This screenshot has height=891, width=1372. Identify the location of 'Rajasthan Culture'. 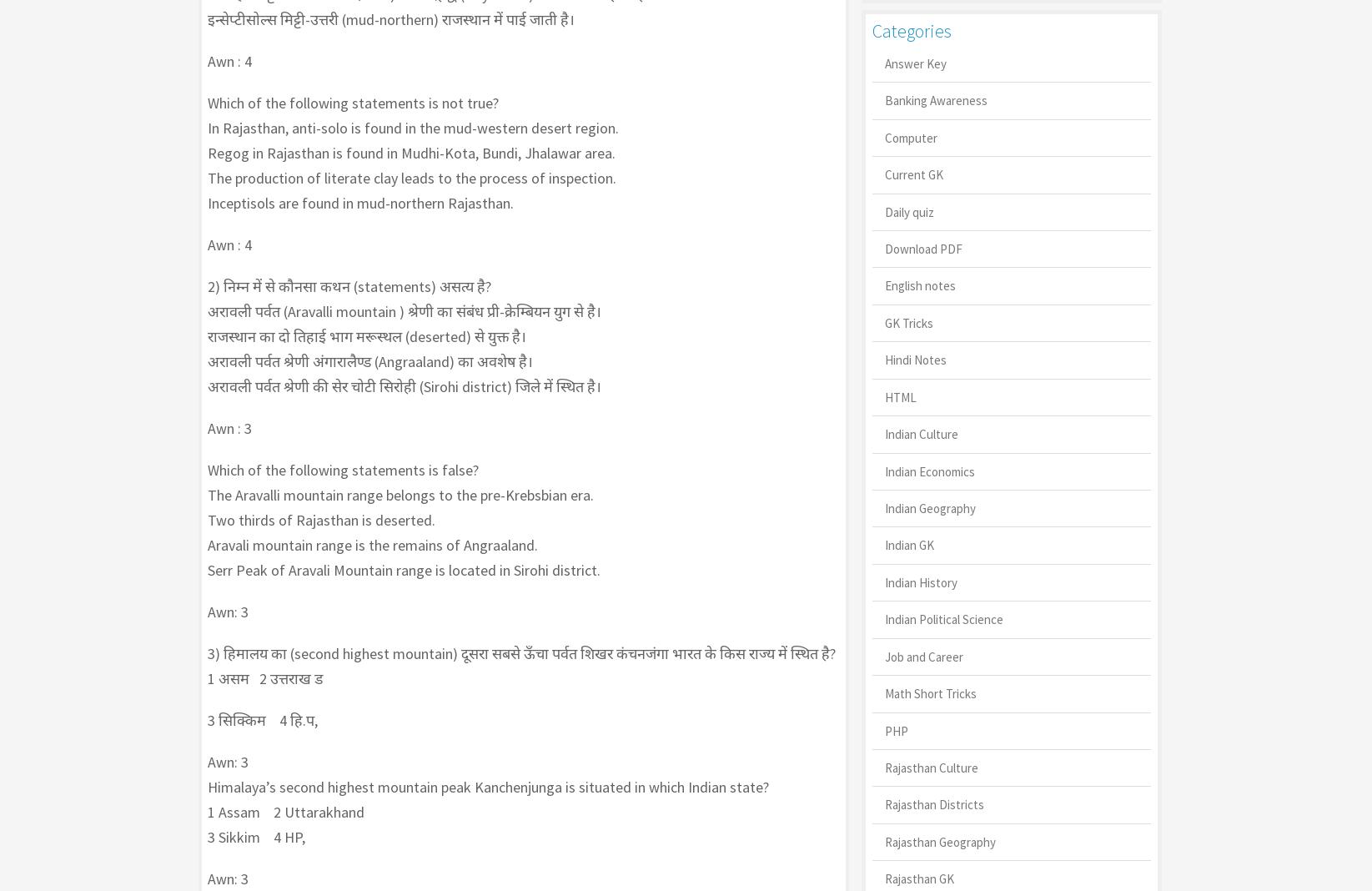
(929, 766).